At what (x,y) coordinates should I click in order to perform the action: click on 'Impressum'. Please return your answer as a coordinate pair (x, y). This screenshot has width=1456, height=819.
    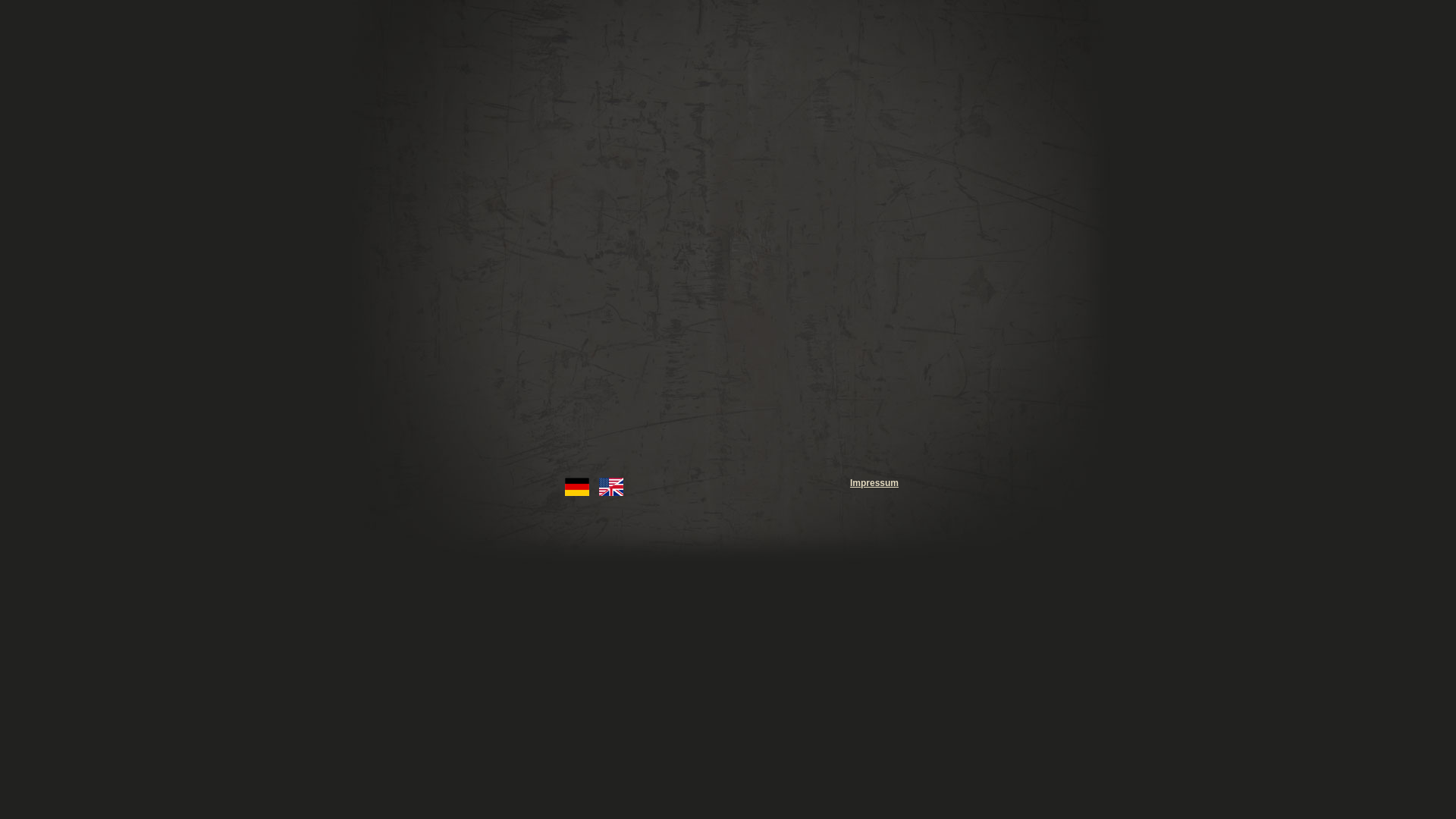
    Looking at the image, I should click on (874, 482).